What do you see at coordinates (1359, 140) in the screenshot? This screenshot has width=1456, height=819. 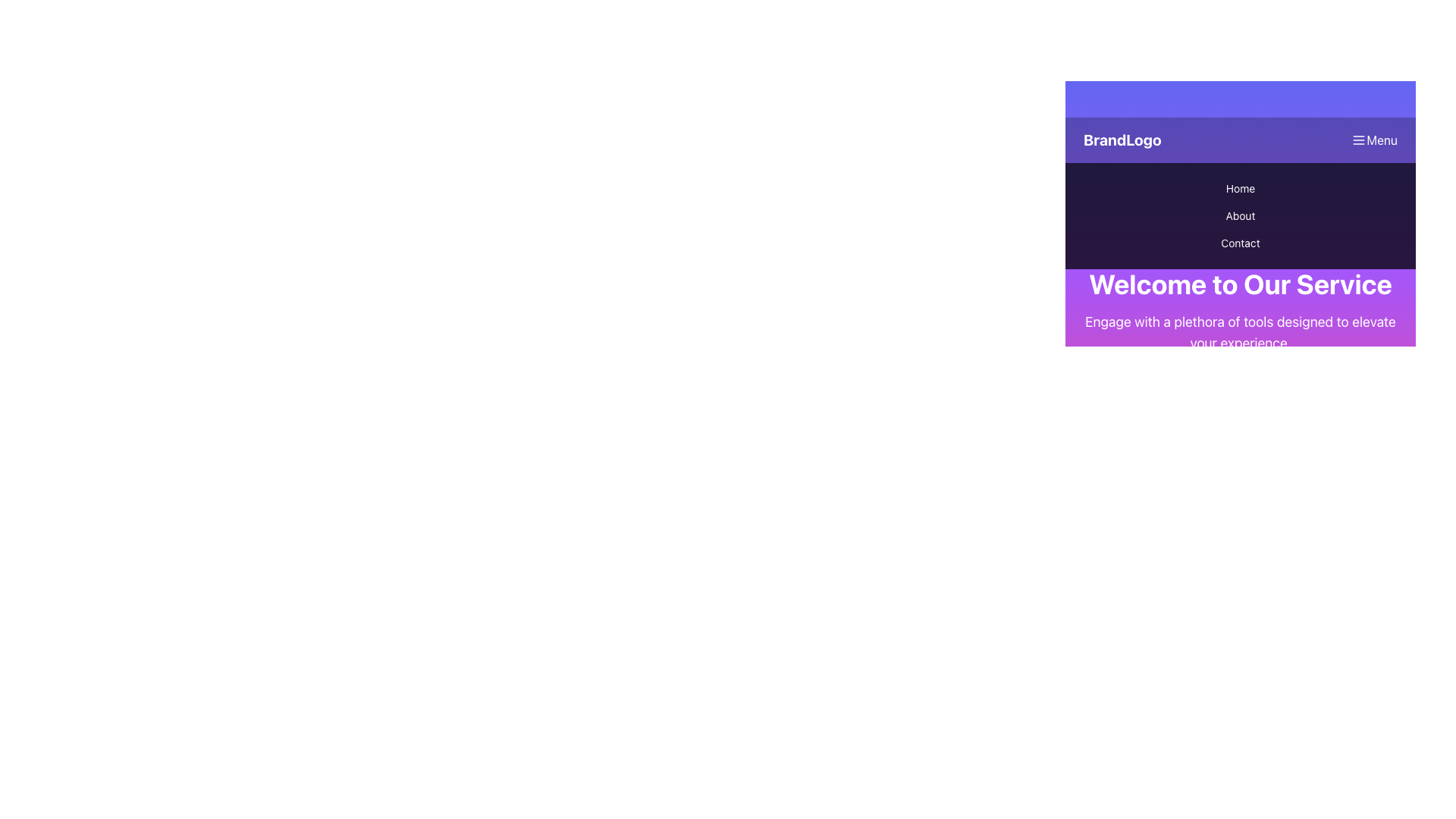 I see `the Hamburger Menu Icon, which is a small square icon with three horizontal lines located in the top-right corner of the interface, adjacent to the 'BrandLogo' text` at bounding box center [1359, 140].